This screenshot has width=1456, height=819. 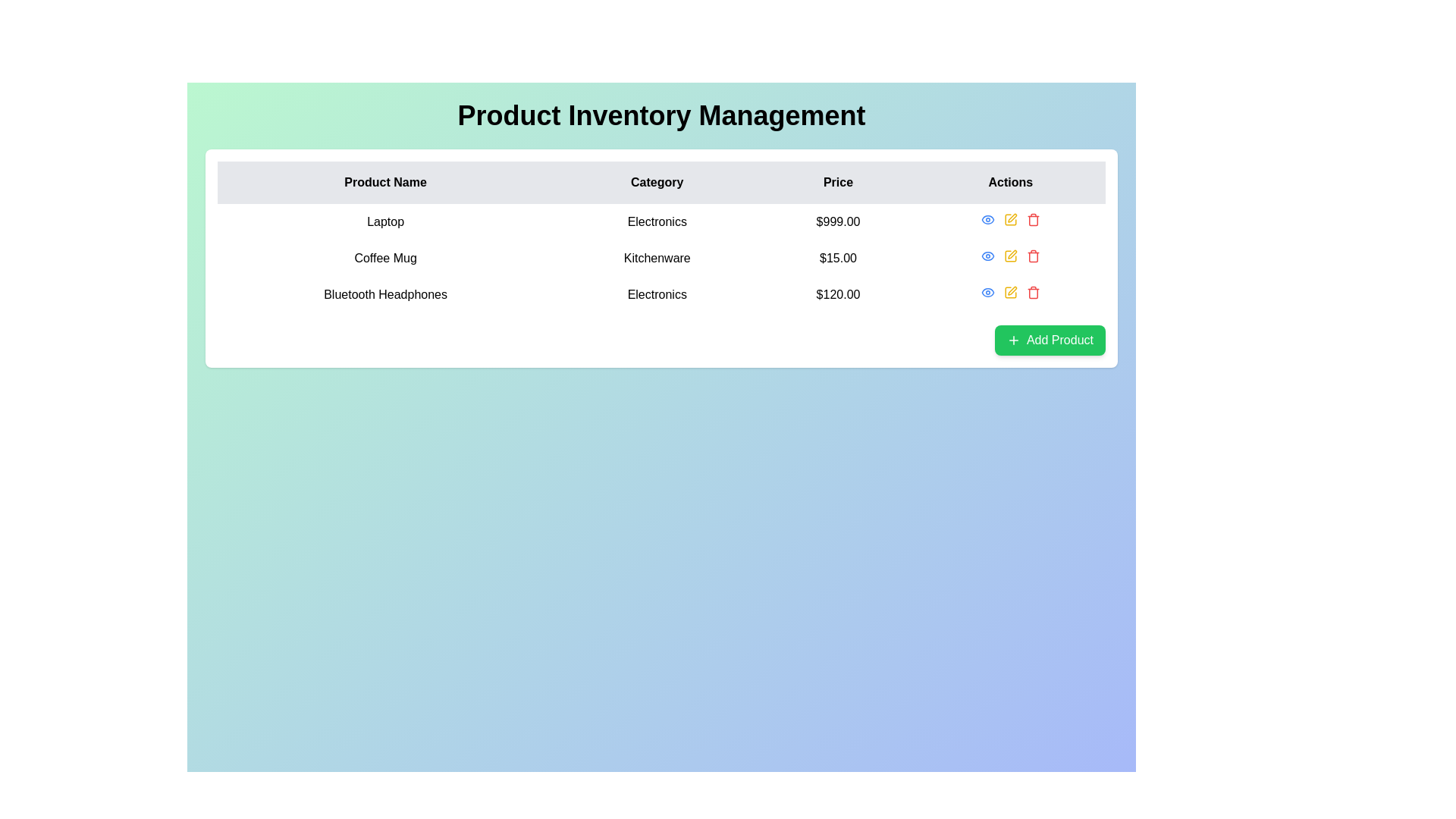 What do you see at coordinates (1013, 339) in the screenshot?
I see `the icon located in the lower-right corner of the 'Add Product' button` at bounding box center [1013, 339].